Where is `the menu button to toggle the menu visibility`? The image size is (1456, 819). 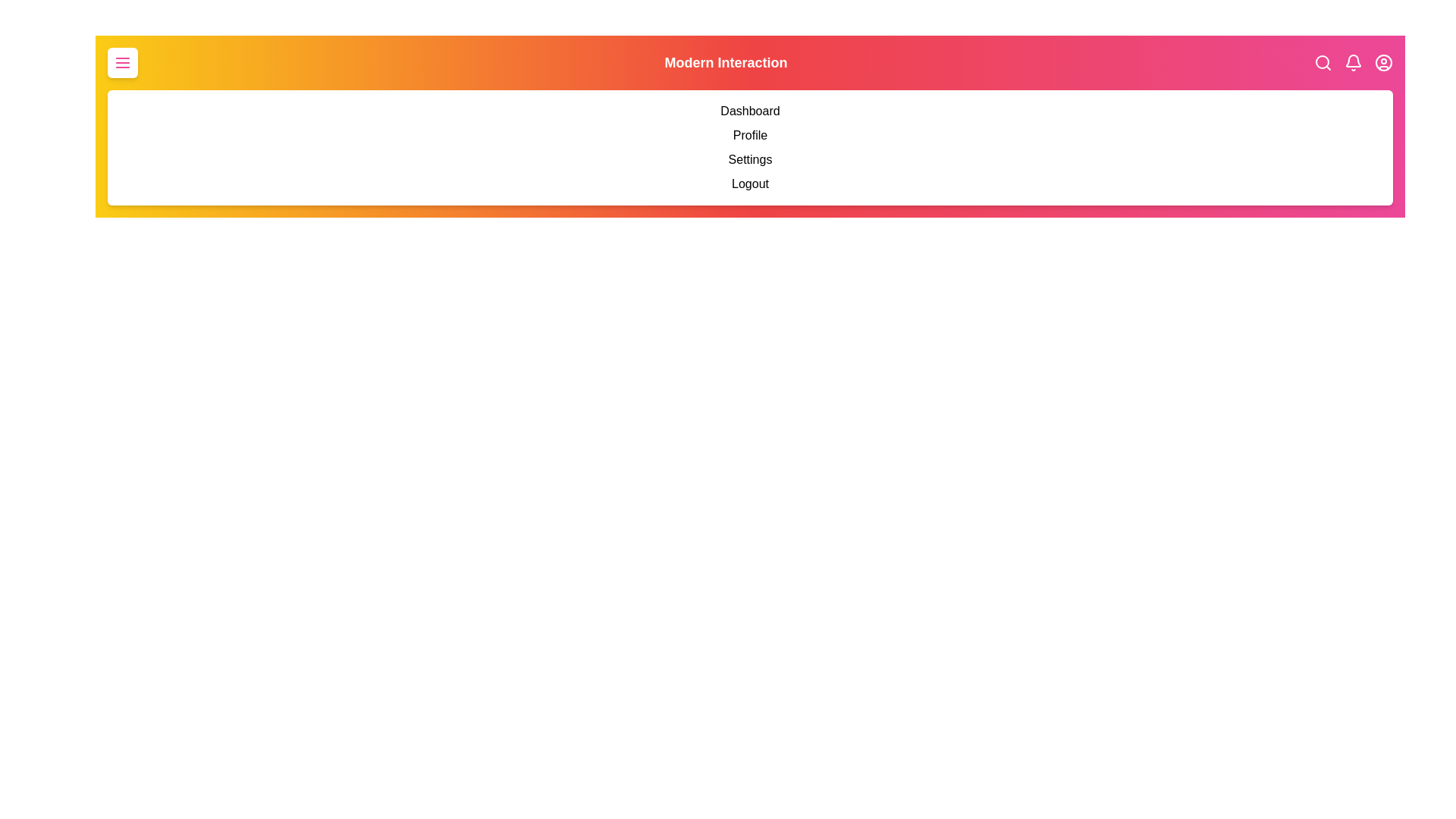
the menu button to toggle the menu visibility is located at coordinates (123, 62).